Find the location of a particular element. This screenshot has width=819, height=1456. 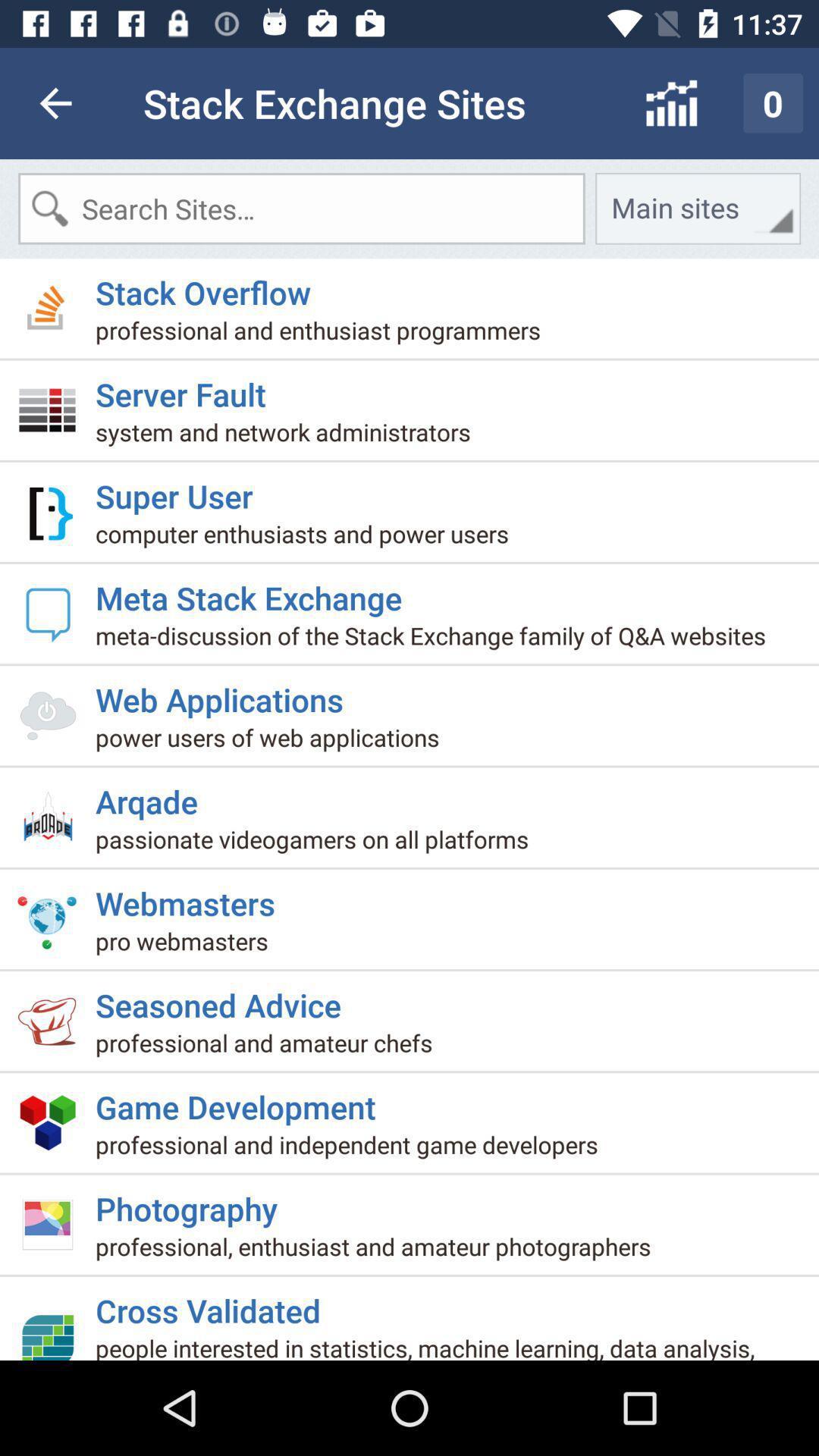

item above the professional enthusiast and icon is located at coordinates (191, 1201).